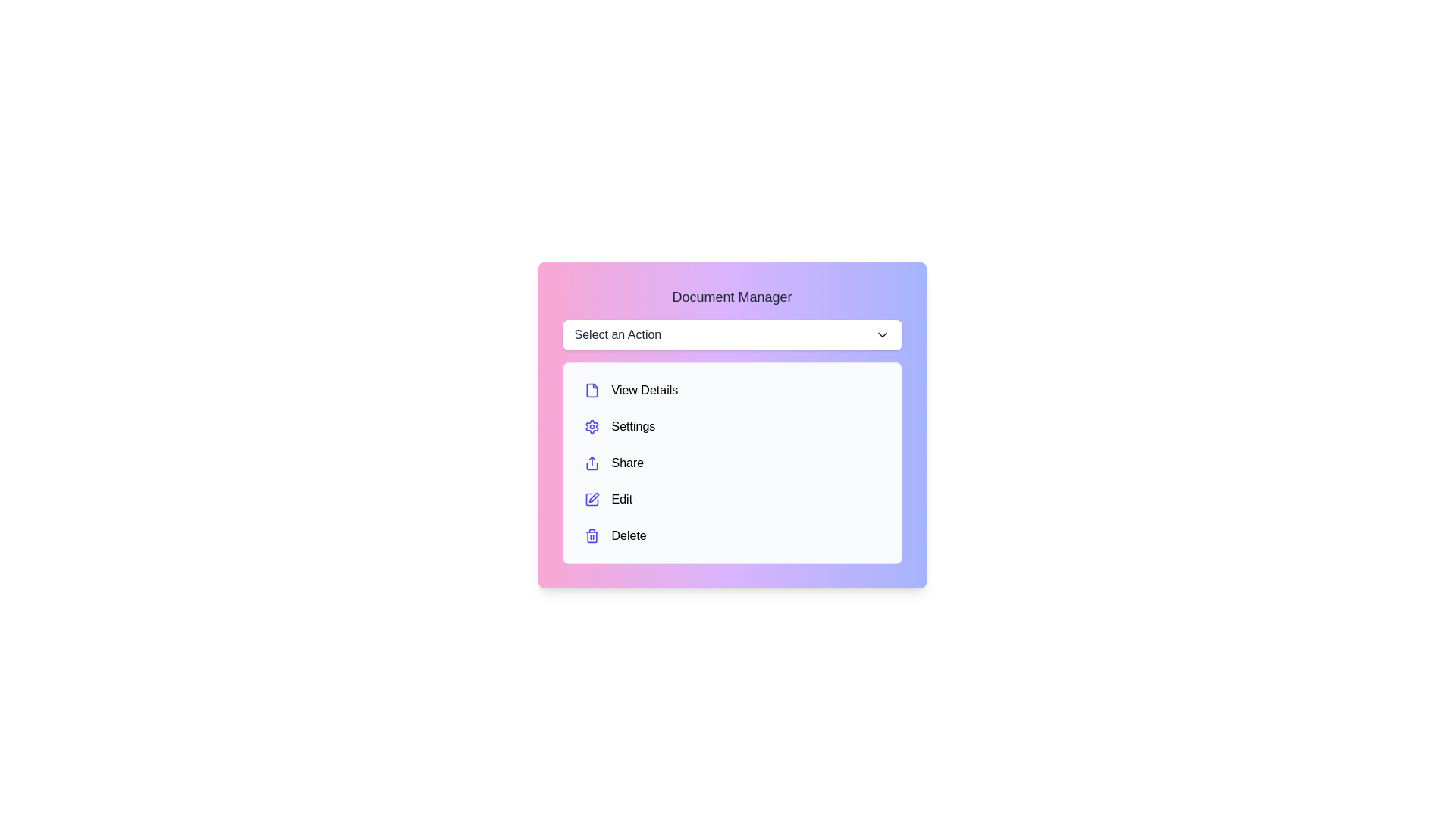  Describe the element at coordinates (591, 500) in the screenshot. I see `the vector graphic component representing the outline of a square with an open top-right corner located in the 'Edit' dropdown menu` at that location.